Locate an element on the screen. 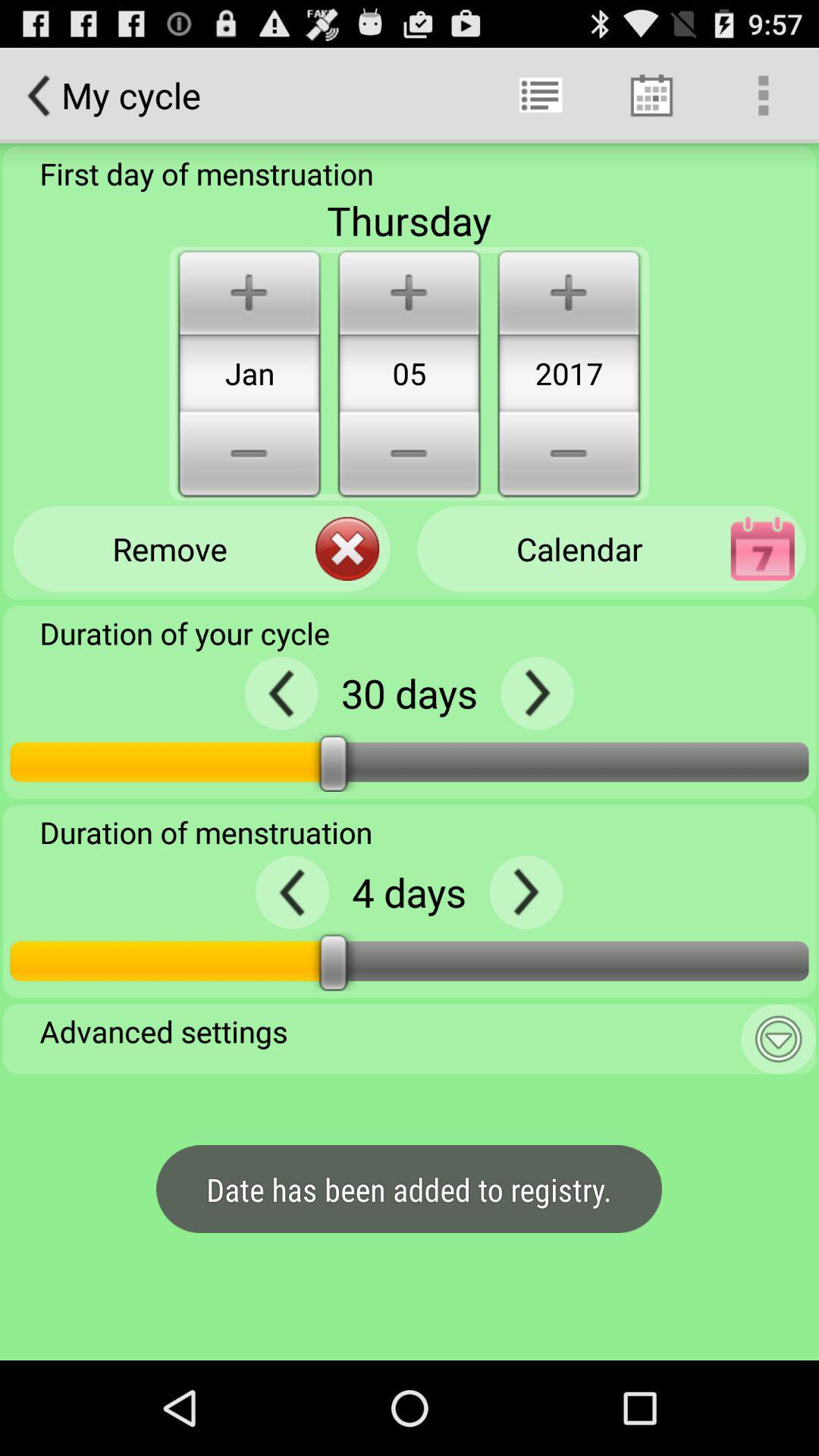 This screenshot has width=819, height=1456. increase the number of days is located at coordinates (525, 892).